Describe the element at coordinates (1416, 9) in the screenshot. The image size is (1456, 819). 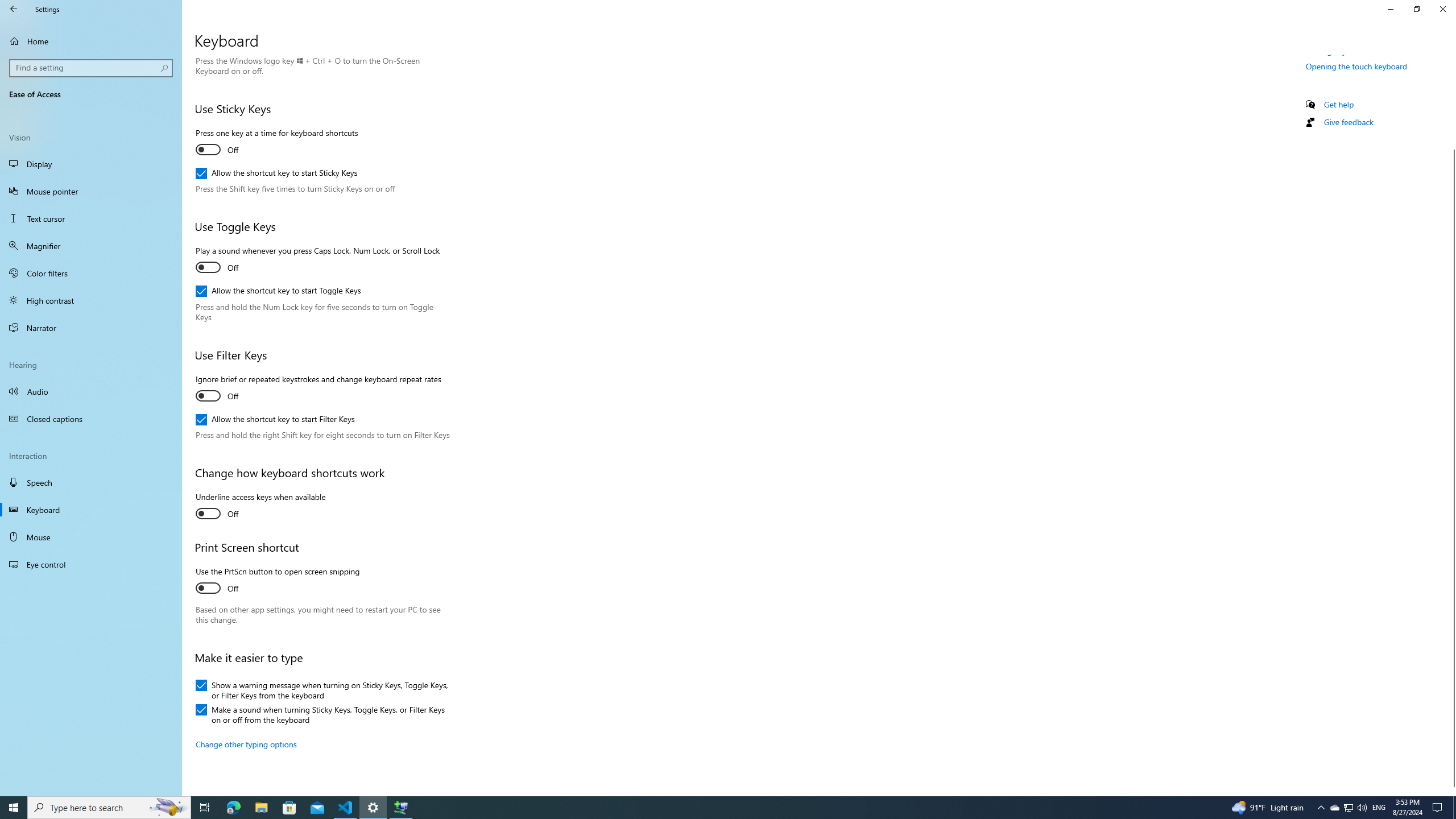
I see `'Restore Settings'` at that location.